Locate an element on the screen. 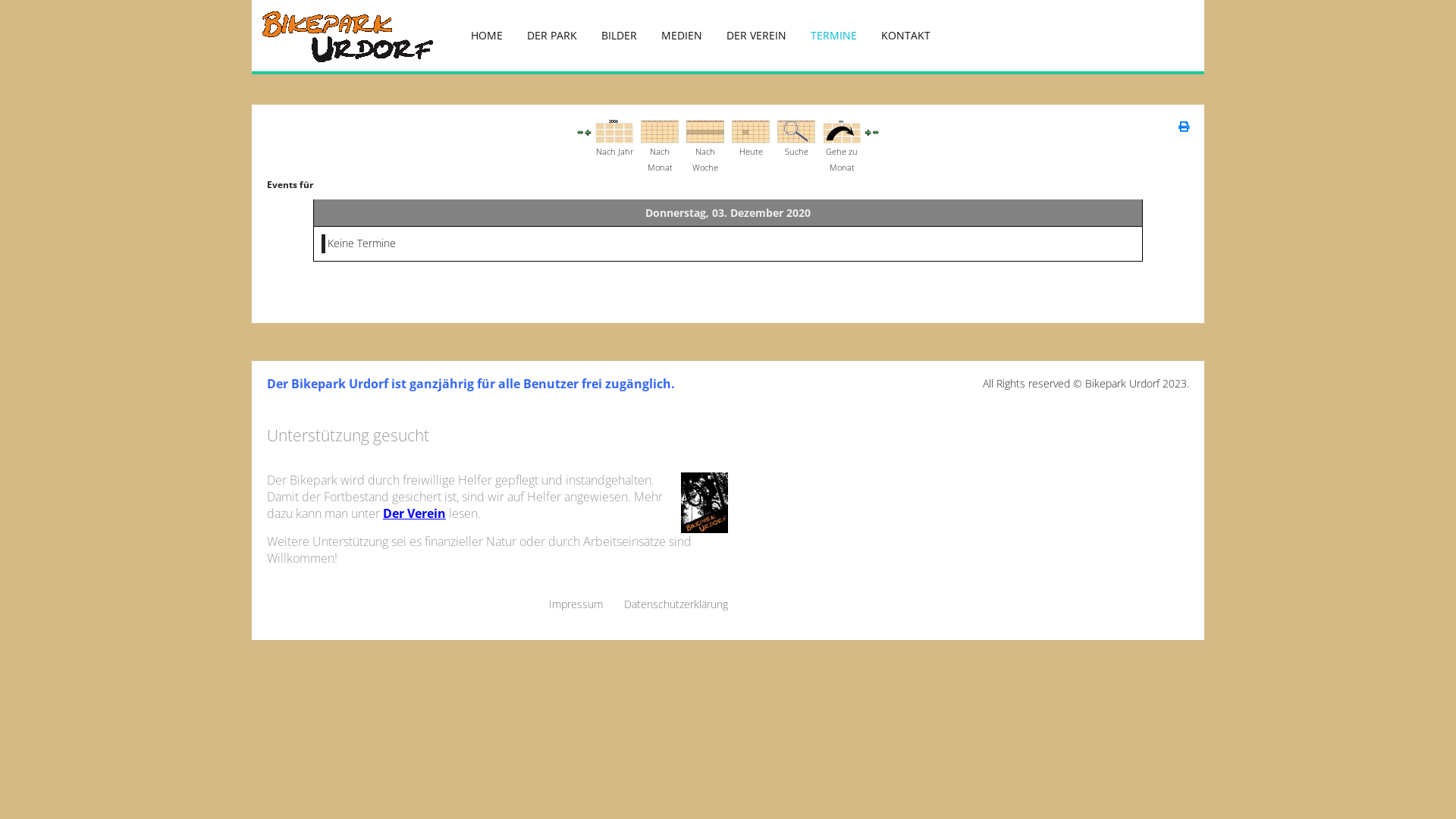  'MEDIEN' is located at coordinates (680, 34).